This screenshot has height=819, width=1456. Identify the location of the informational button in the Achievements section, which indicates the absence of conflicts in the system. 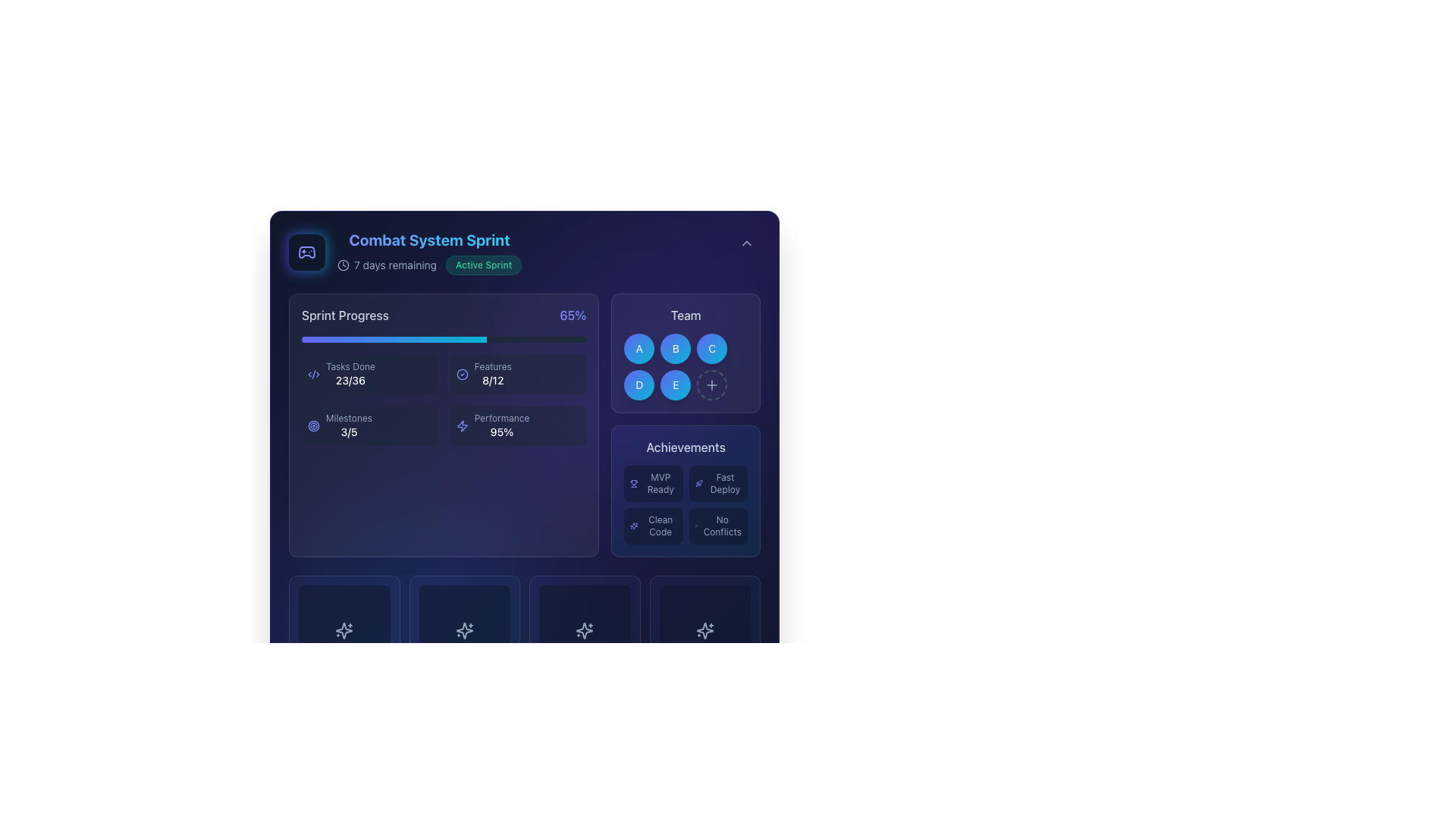
(717, 526).